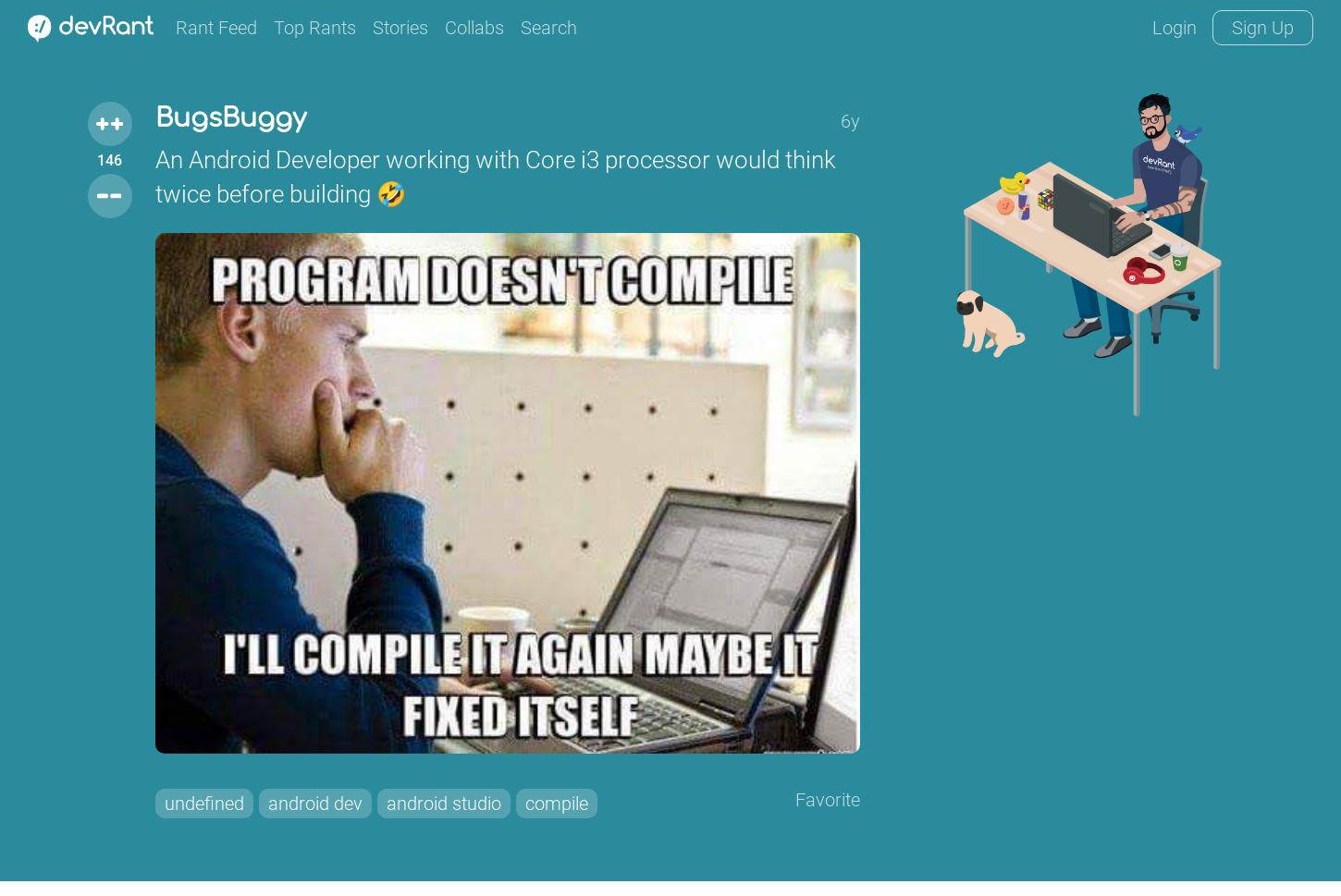 This screenshot has height=896, width=1341. I want to click on 'BugsBuggy', so click(229, 118).